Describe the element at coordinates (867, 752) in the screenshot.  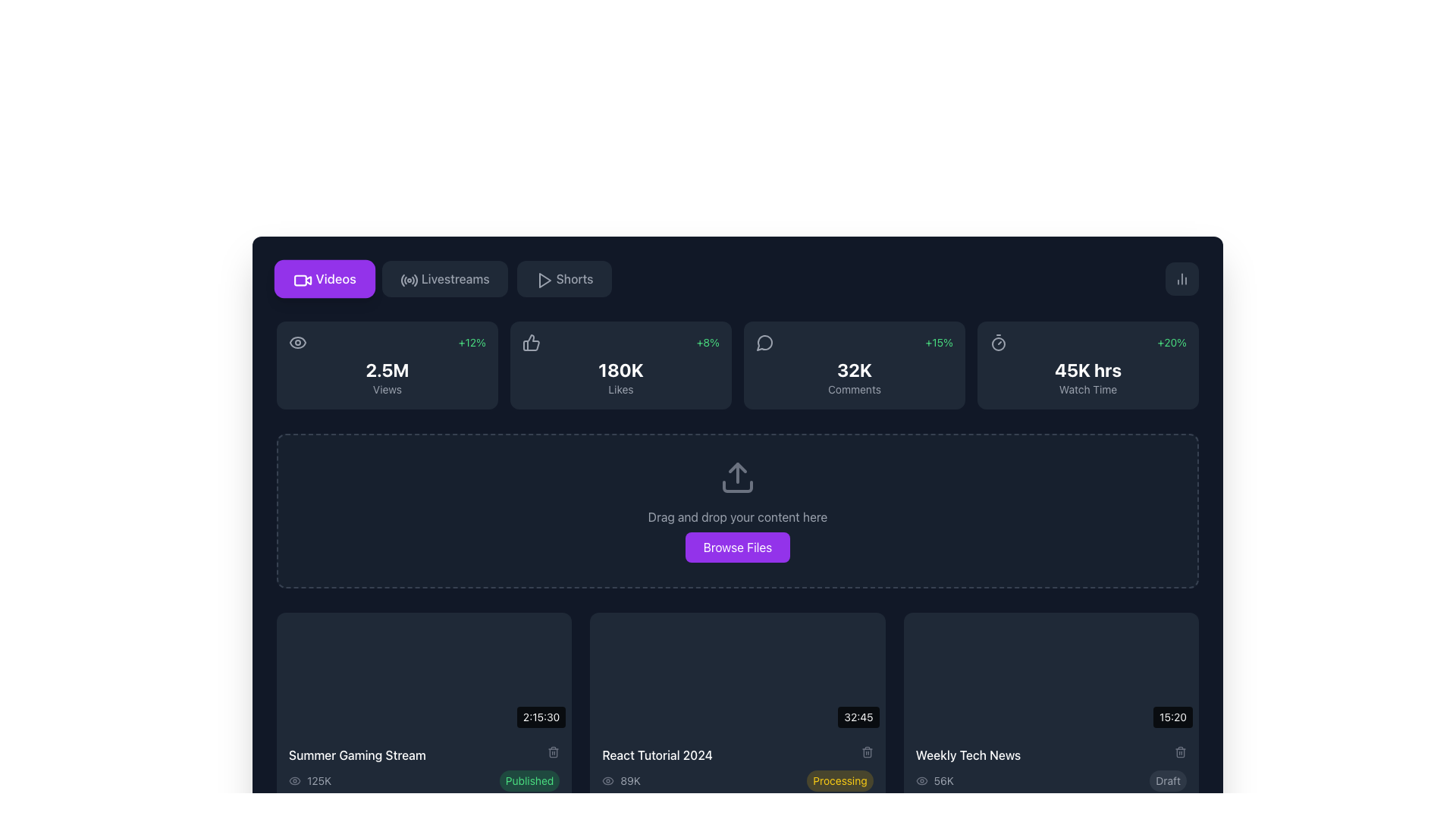
I see `the trash bin icon button located to the right of the 'React Tutorial 2024' text` at that location.